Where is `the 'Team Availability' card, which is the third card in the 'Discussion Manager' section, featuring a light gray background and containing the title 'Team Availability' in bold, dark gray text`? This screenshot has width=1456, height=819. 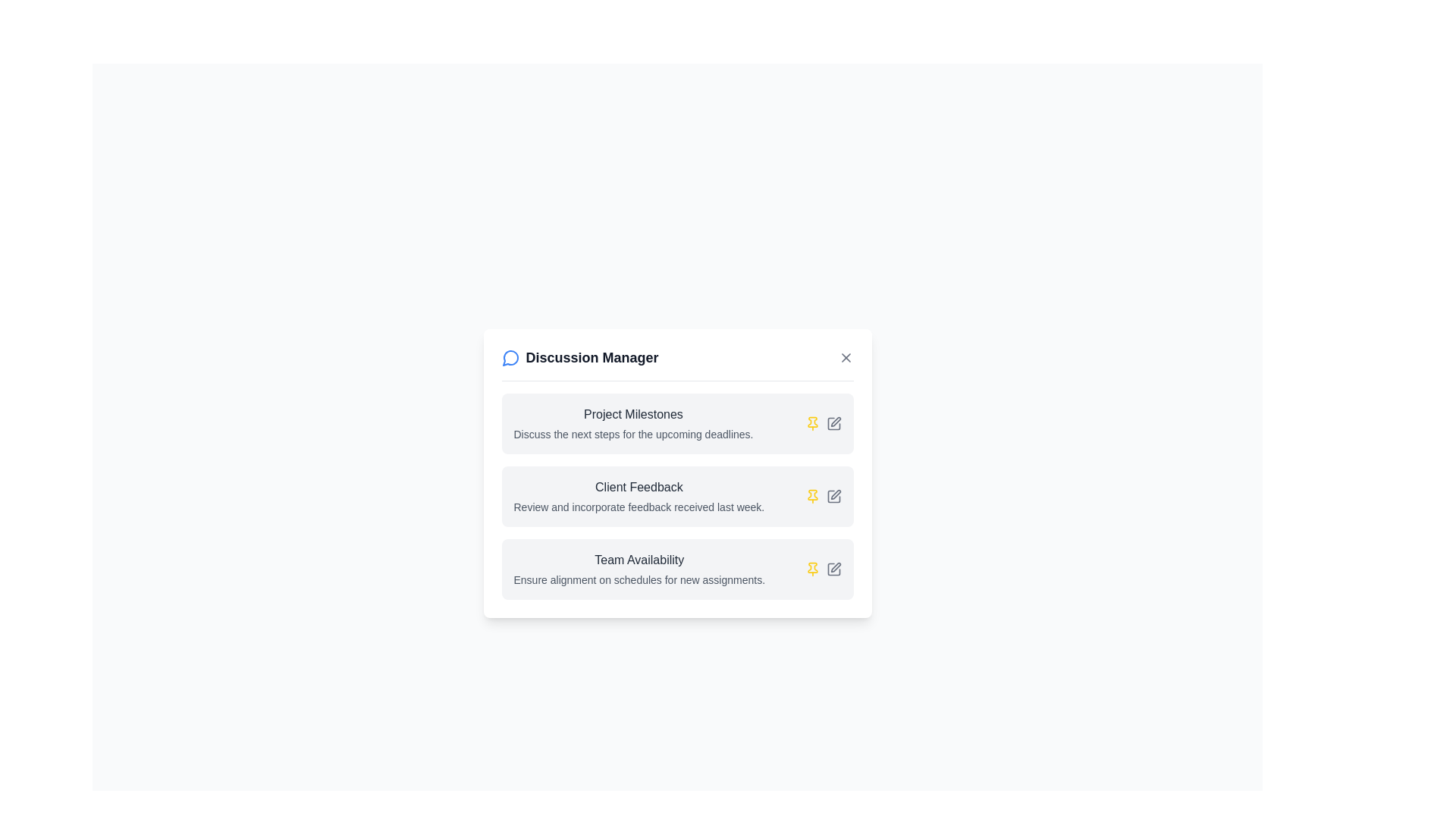 the 'Team Availability' card, which is the third card in the 'Discussion Manager' section, featuring a light gray background and containing the title 'Team Availability' in bold, dark gray text is located at coordinates (676, 569).